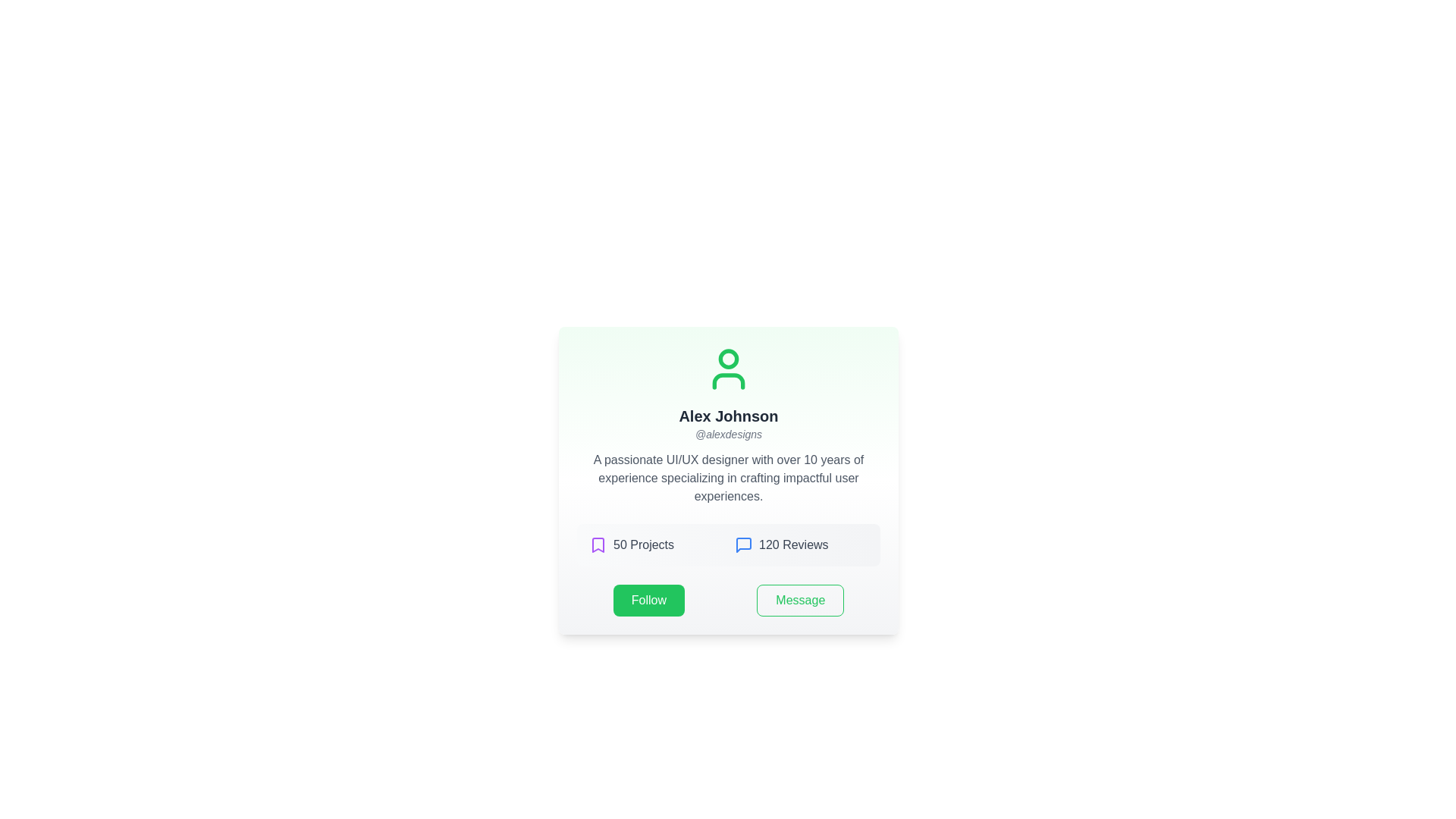  What do you see at coordinates (792, 544) in the screenshot?
I see `the Text label that displays the number of reviews associated with the user or entity, located slightly to the right of center in the user profile card and to the right of a blue chat icon` at bounding box center [792, 544].